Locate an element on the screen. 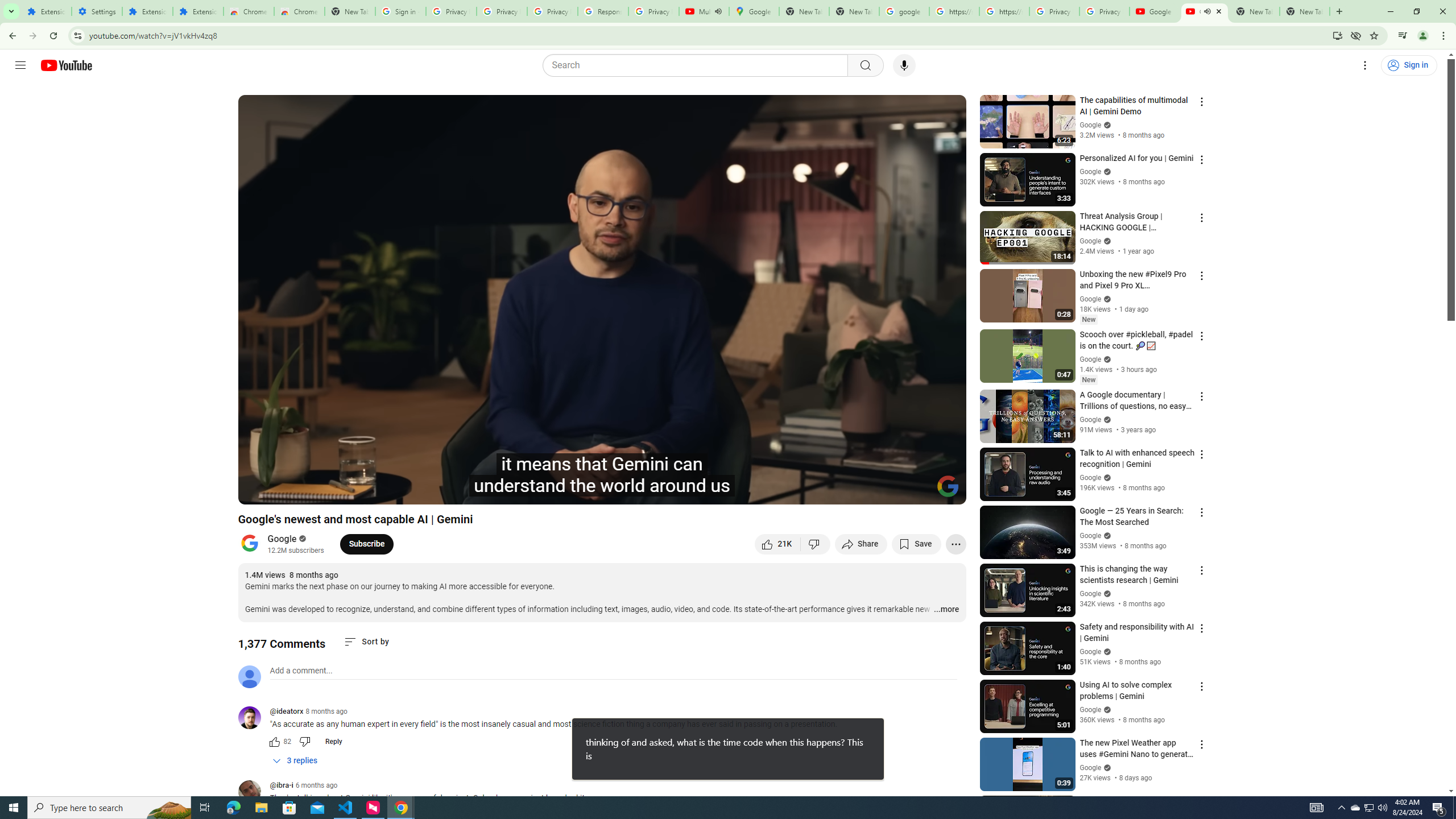  'Google - YouTube' is located at coordinates (1155, 11).